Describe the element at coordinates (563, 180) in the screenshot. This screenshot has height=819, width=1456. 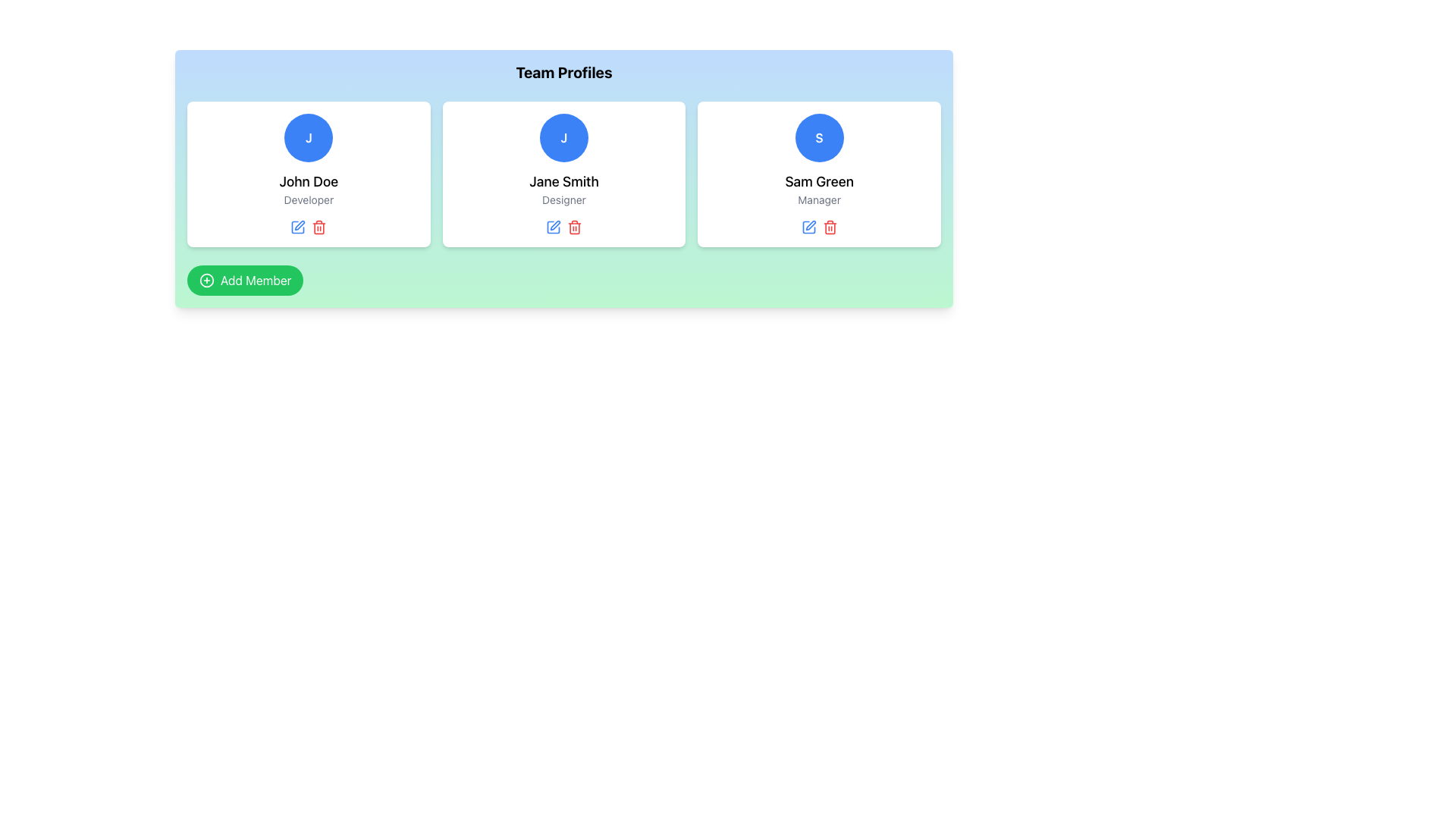
I see `the Text Label displaying the individual's name in the Team Profiles section` at that location.